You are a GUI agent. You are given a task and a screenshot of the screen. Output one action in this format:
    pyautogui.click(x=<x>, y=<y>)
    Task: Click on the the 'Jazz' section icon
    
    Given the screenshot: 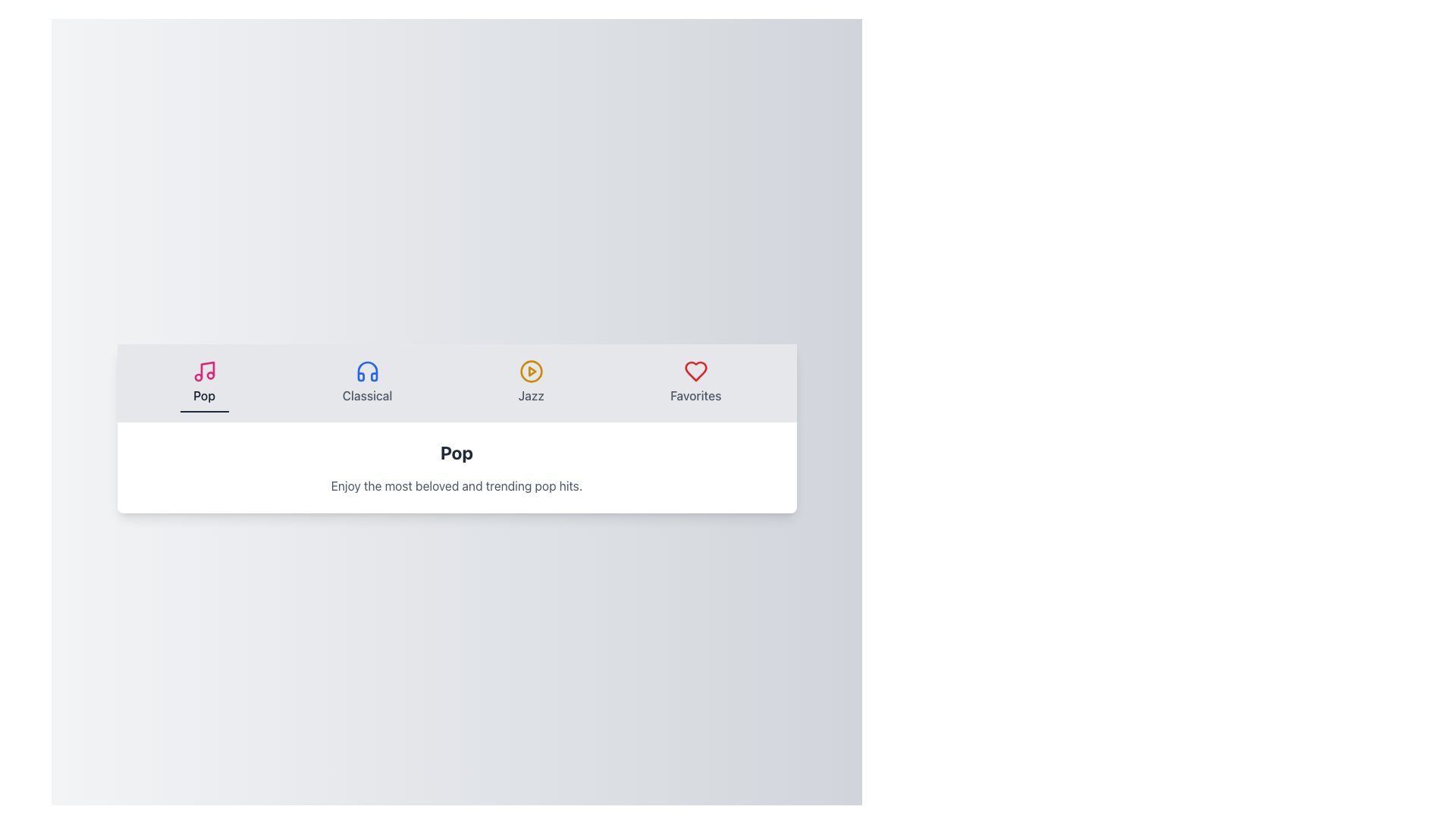 What is the action you would take?
    pyautogui.click(x=531, y=371)
    